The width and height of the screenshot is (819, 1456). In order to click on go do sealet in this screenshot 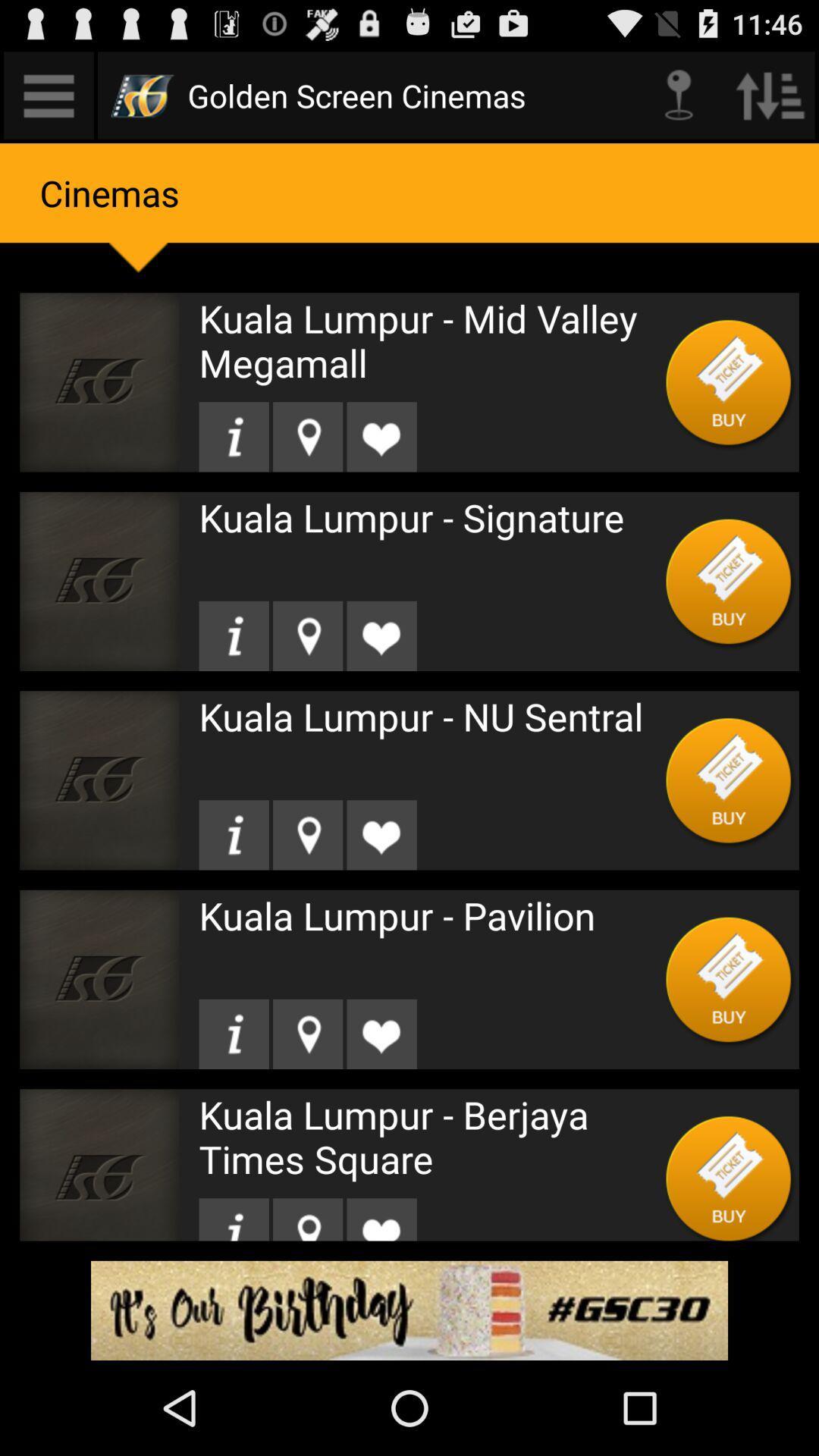, I will do `click(307, 1219)`.